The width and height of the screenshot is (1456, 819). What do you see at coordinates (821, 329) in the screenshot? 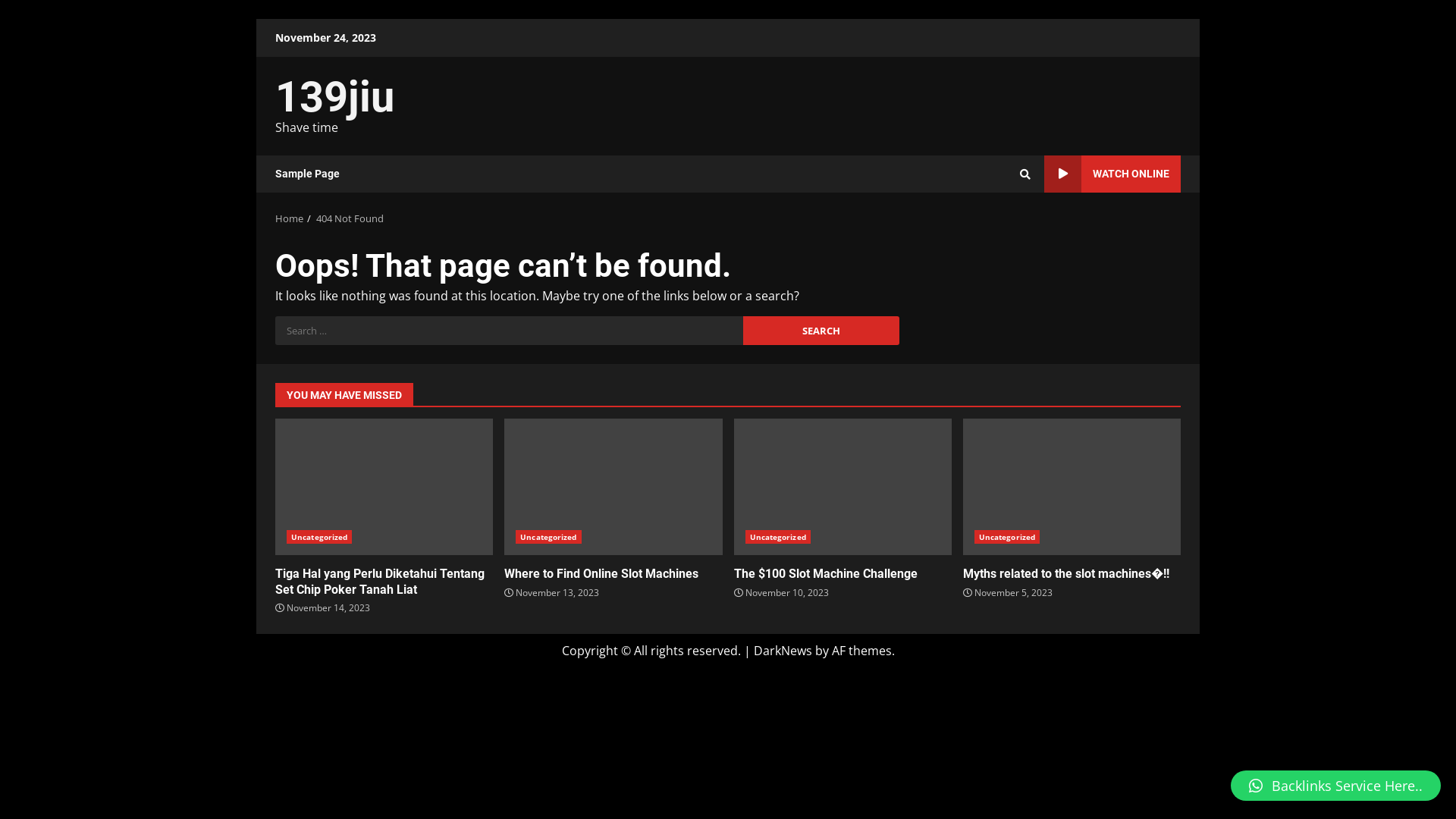
I see `'Search'` at bounding box center [821, 329].